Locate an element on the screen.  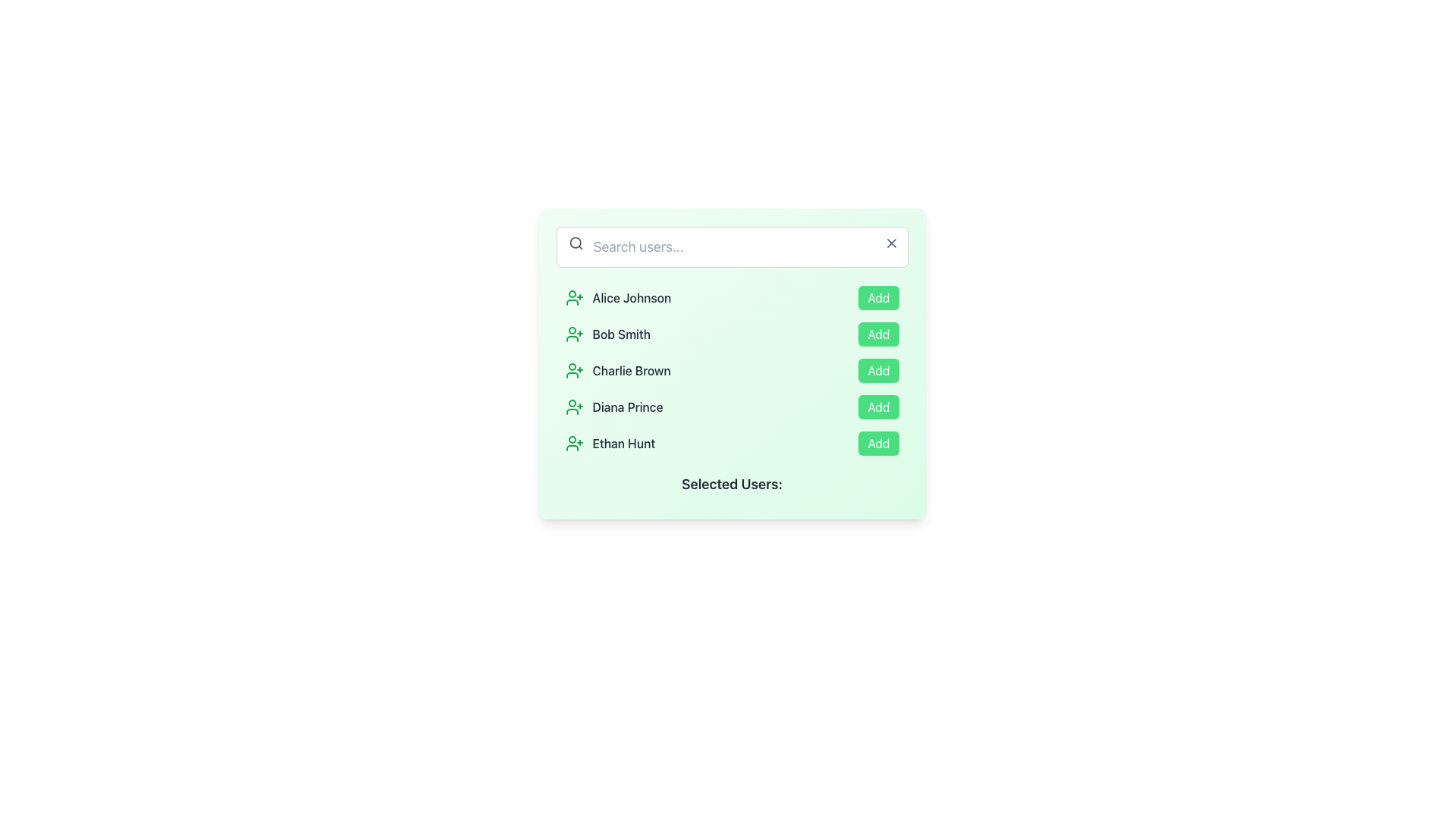
the user name label displaying 'Diana Prince' in dark font, which is the fourth item in a vertical list of user entries is located at coordinates (614, 406).